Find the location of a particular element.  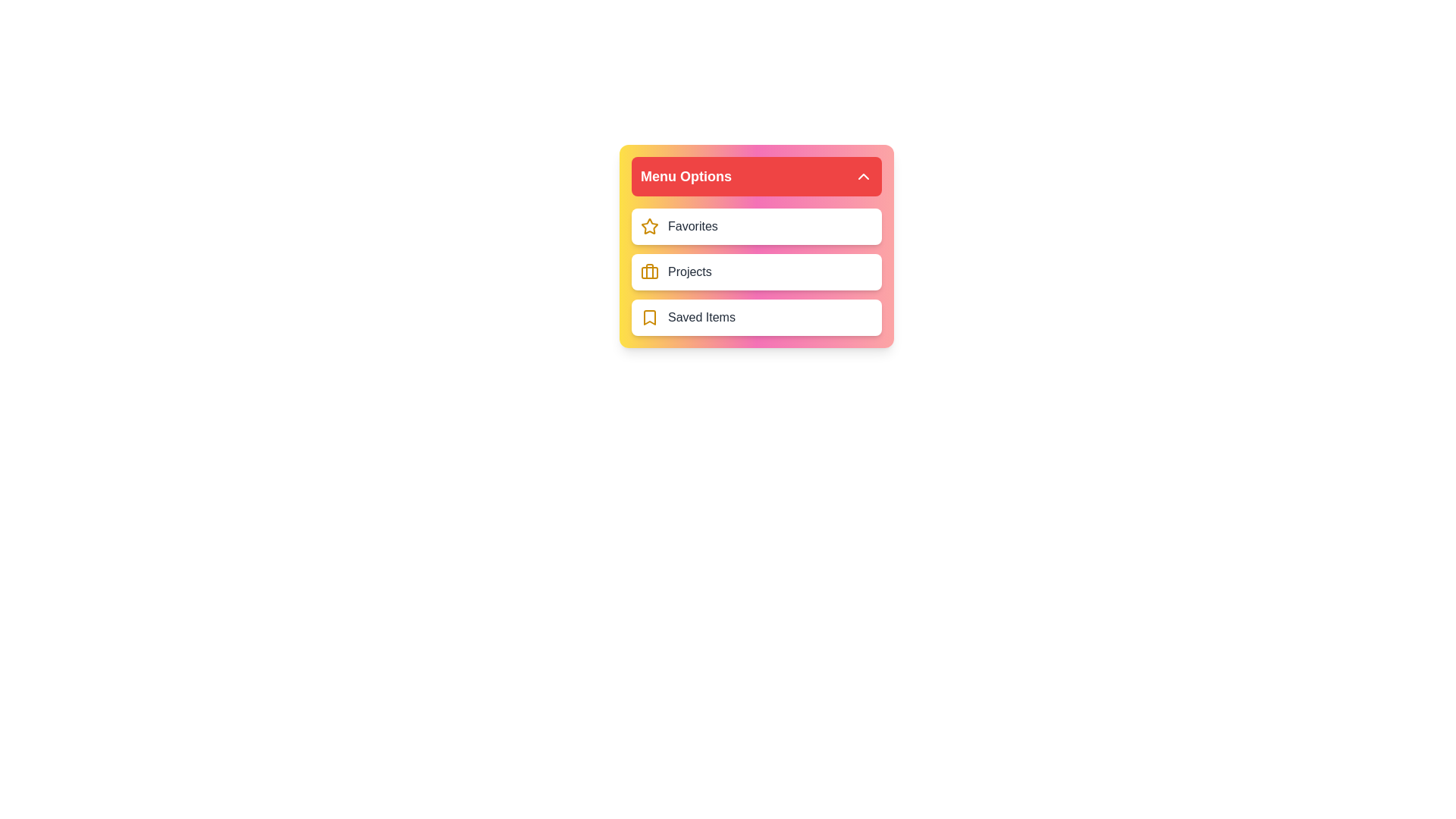

the top button labeled 'Menu Options' to toggle the menu is located at coordinates (757, 175).